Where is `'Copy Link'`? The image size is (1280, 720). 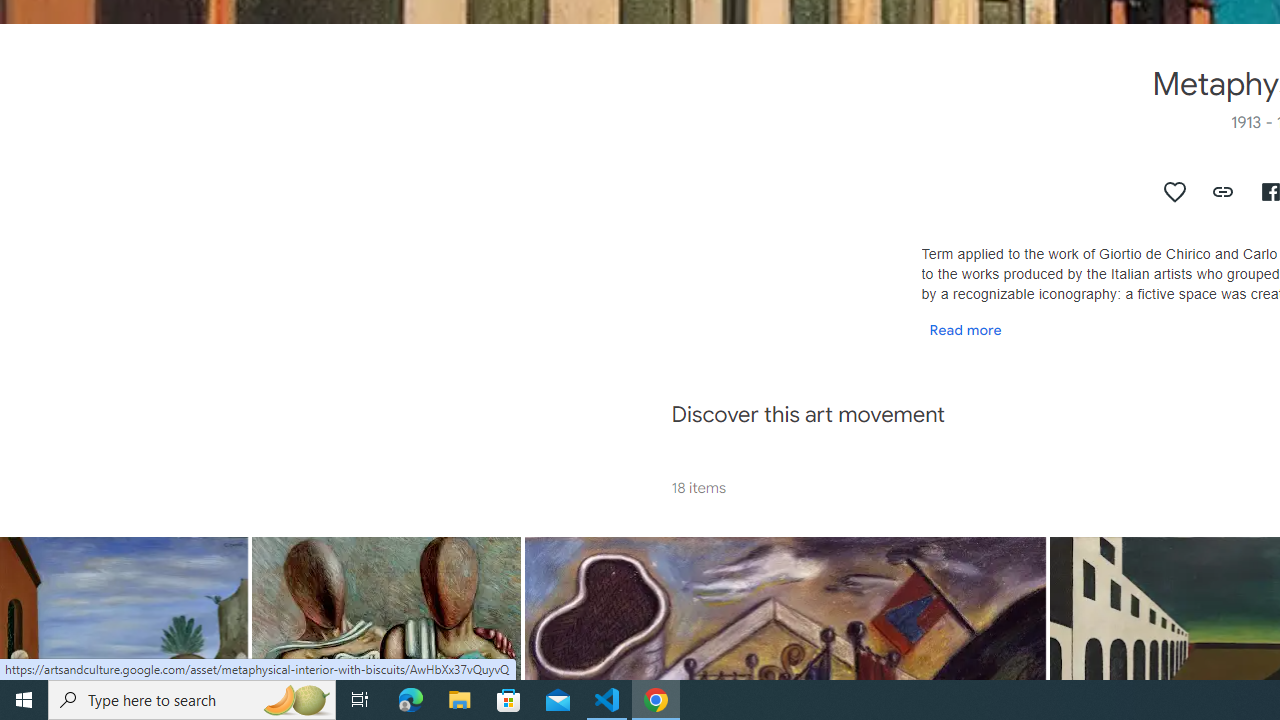 'Copy Link' is located at coordinates (1222, 191).